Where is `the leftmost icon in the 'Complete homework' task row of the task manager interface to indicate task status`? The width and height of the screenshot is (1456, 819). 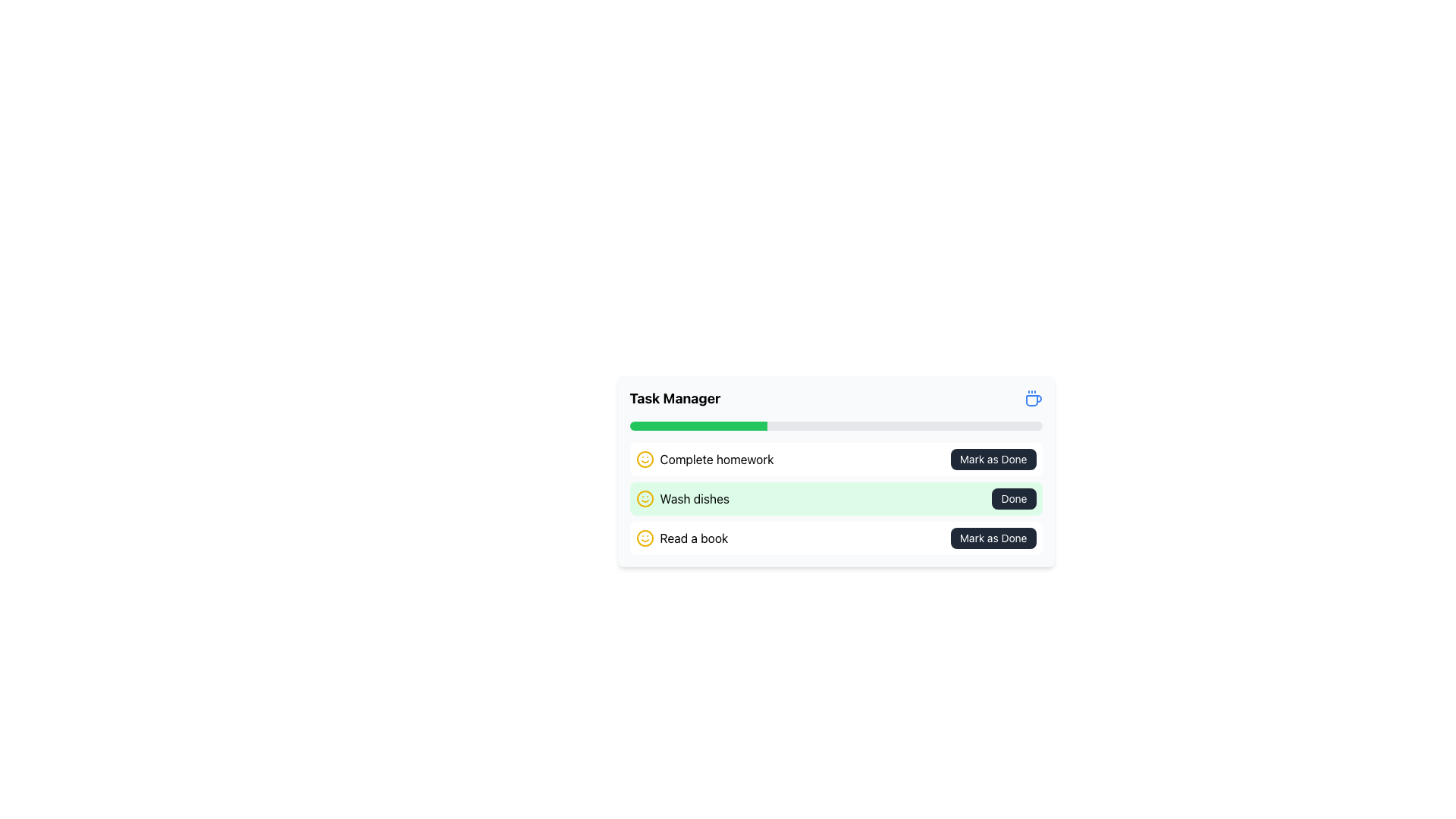
the leftmost icon in the 'Complete homework' task row of the task manager interface to indicate task status is located at coordinates (645, 458).